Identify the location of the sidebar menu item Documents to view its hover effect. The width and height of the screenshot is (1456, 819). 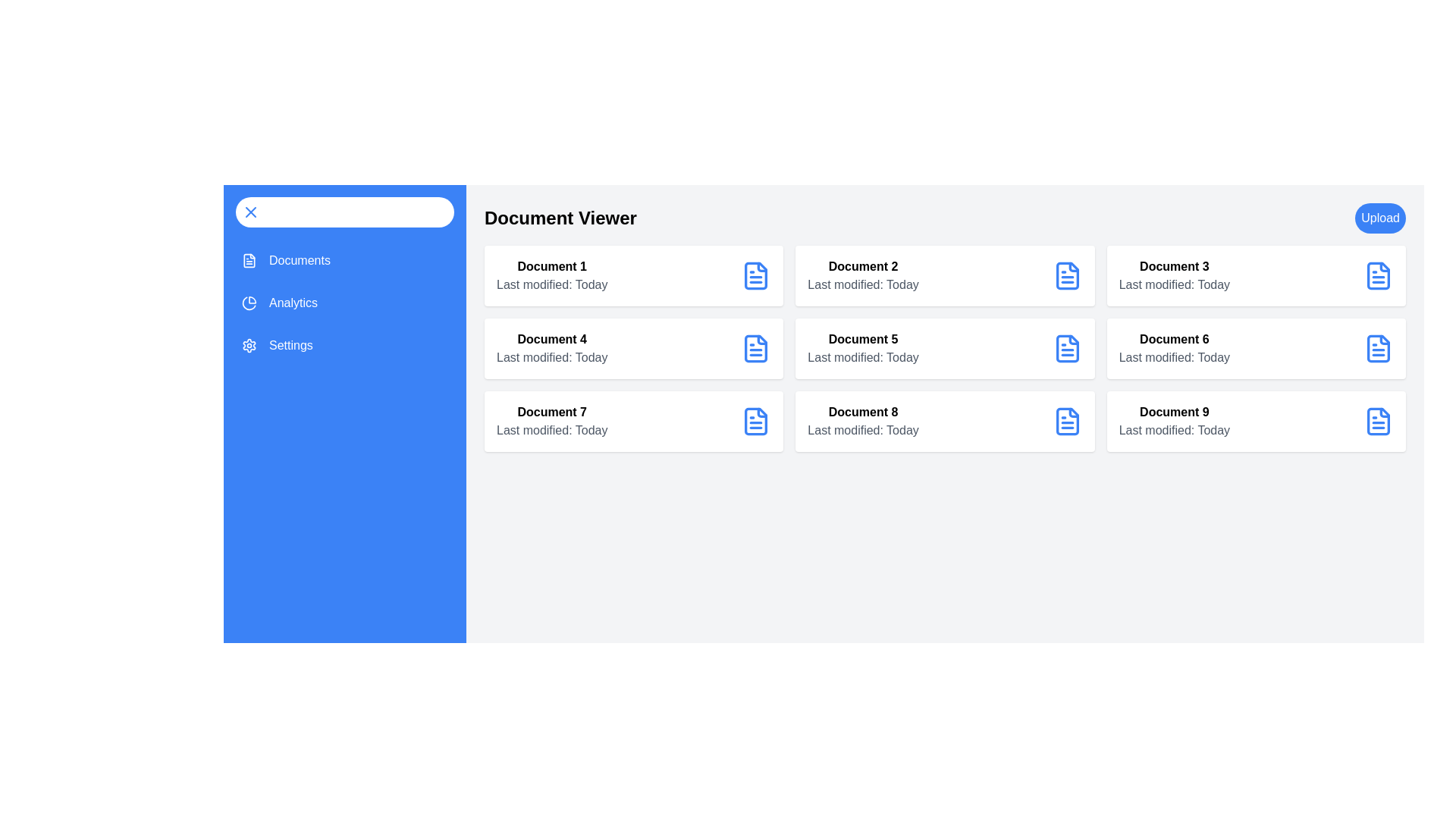
(344, 259).